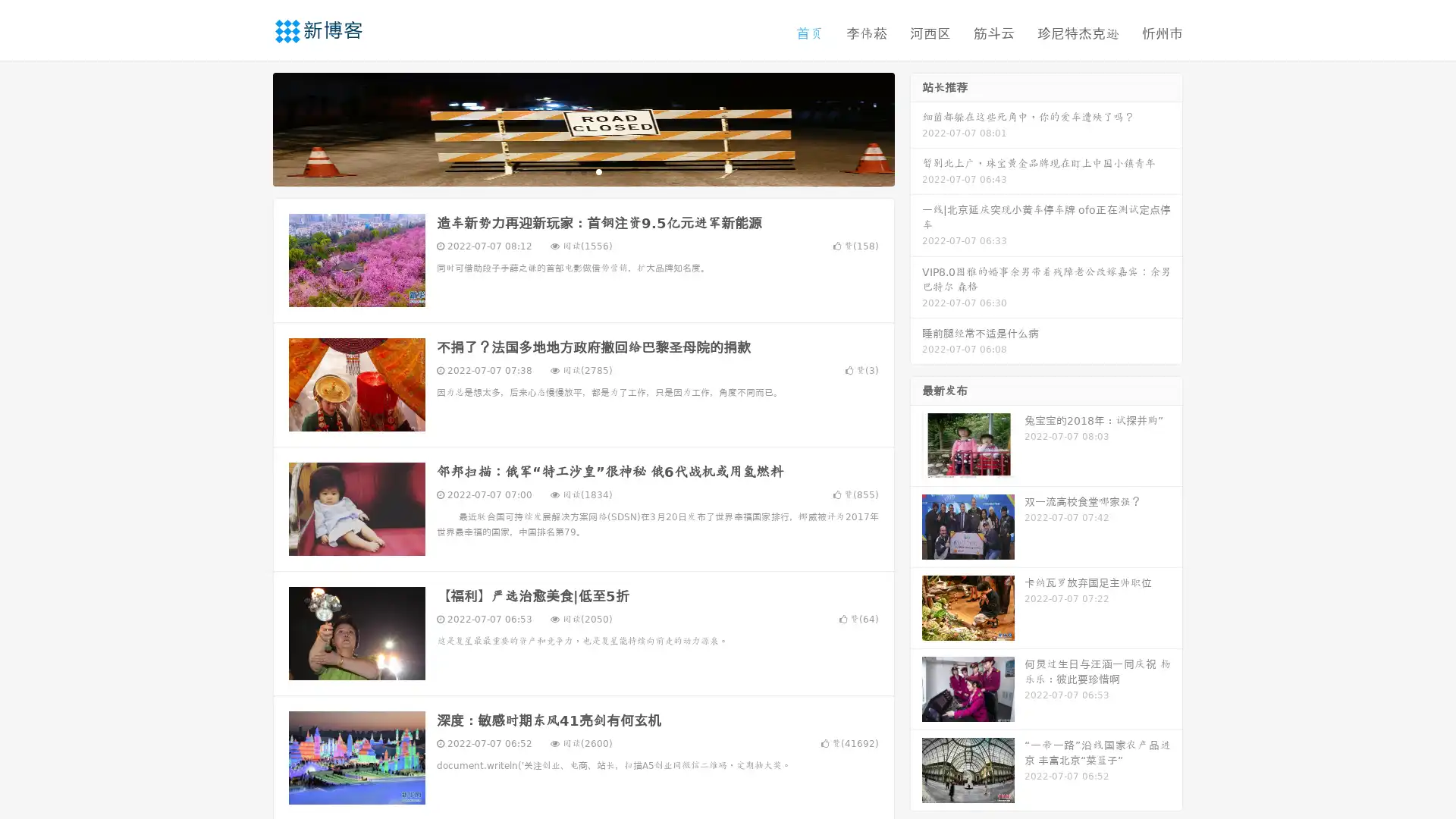 The image size is (1456, 819). Describe the element at coordinates (582, 171) in the screenshot. I see `Go to slide 2` at that location.